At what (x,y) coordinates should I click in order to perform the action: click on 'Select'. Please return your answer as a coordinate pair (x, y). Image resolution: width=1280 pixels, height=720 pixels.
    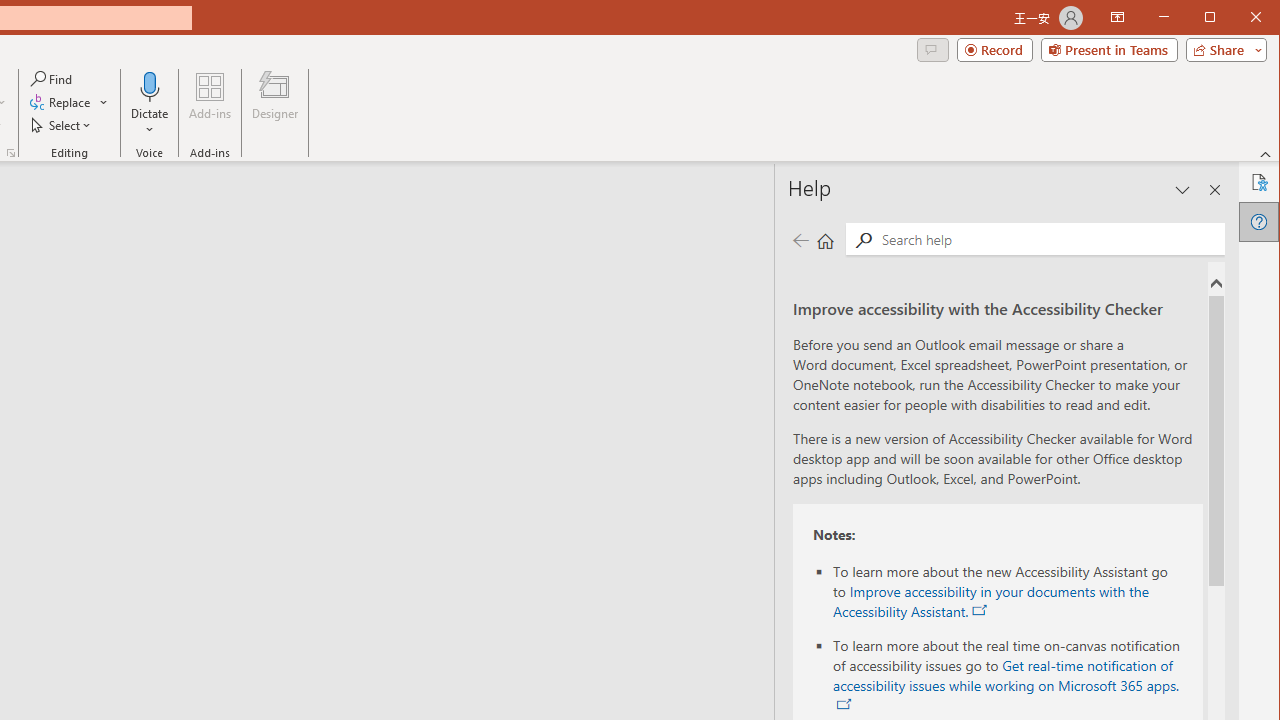
    Looking at the image, I should click on (62, 125).